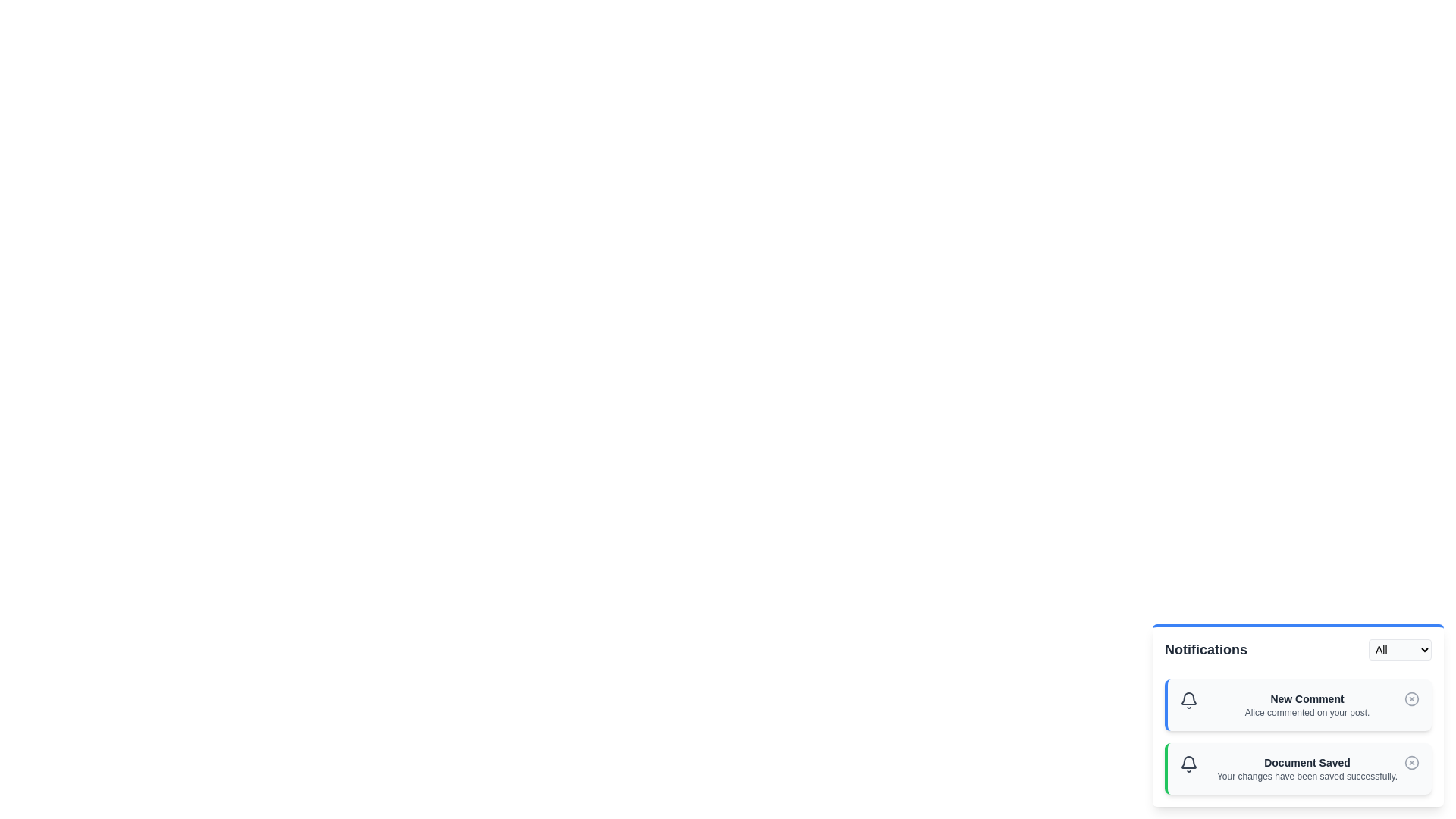  I want to click on the notification filter type to Success, so click(1399, 648).